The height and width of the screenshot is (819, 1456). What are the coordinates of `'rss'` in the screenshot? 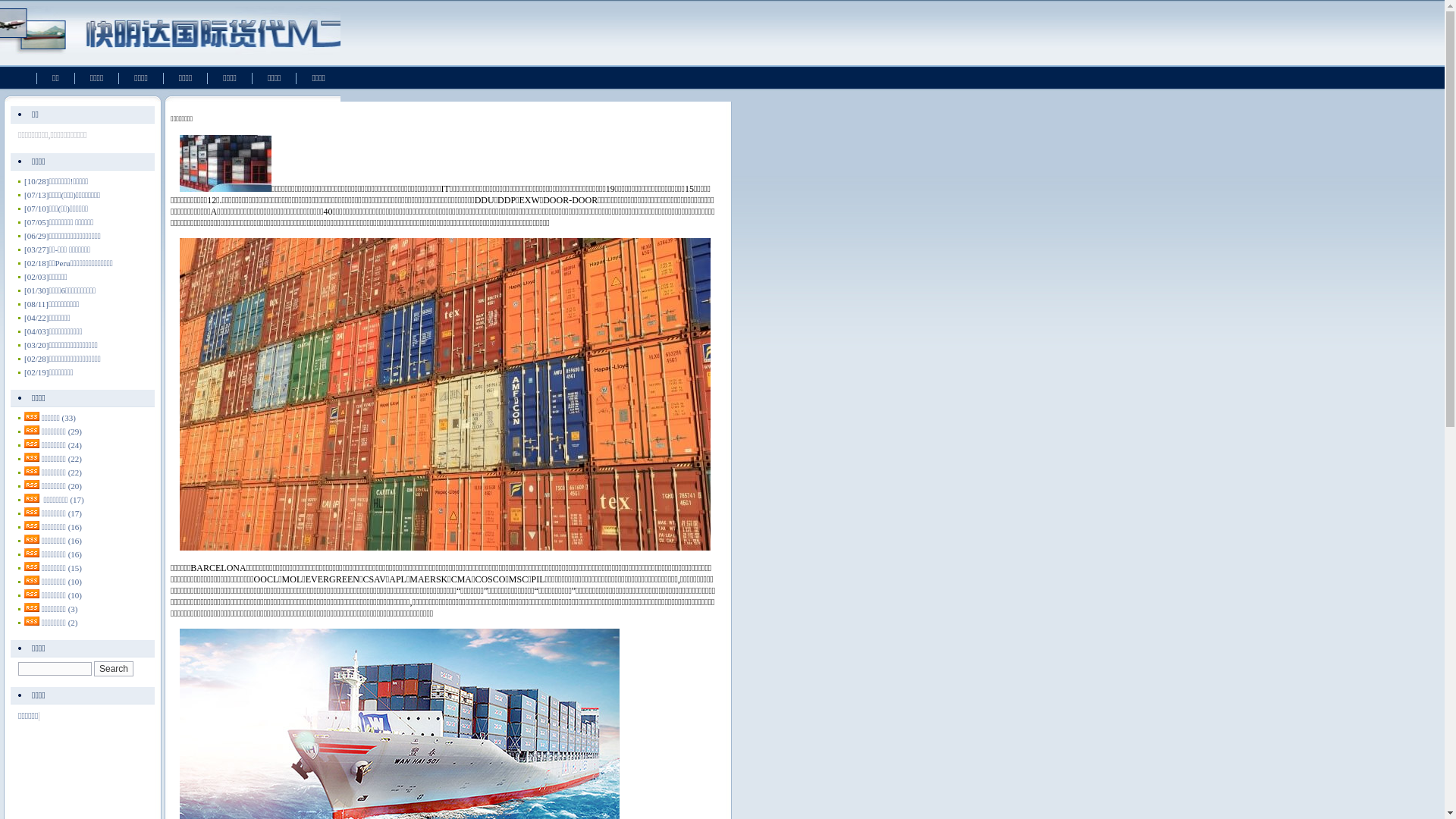 It's located at (32, 512).